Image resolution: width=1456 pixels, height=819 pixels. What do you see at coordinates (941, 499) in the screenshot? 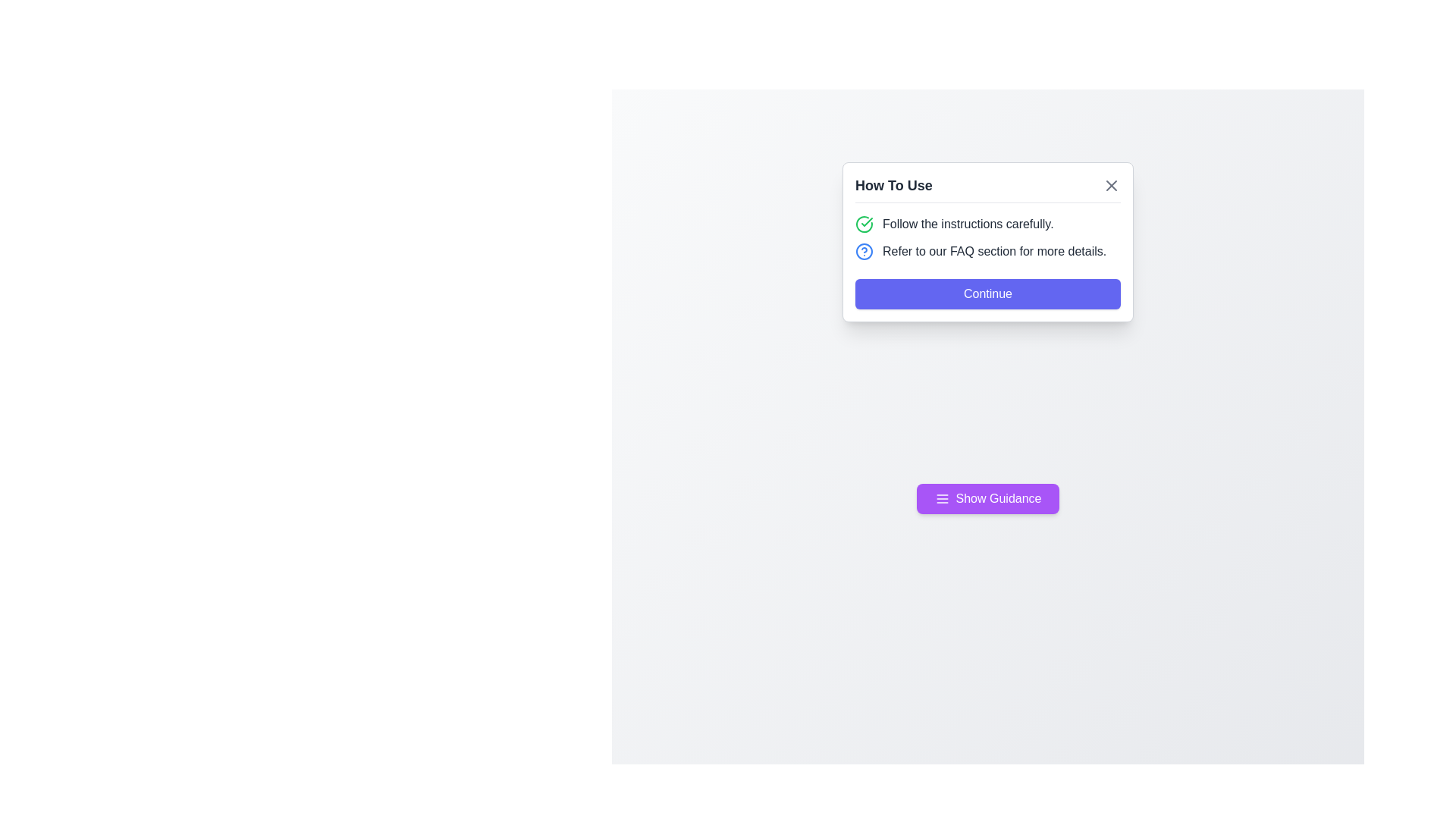
I see `the icon within the 'Show Guidance' button, which is located towards the left side of the button's text` at bounding box center [941, 499].